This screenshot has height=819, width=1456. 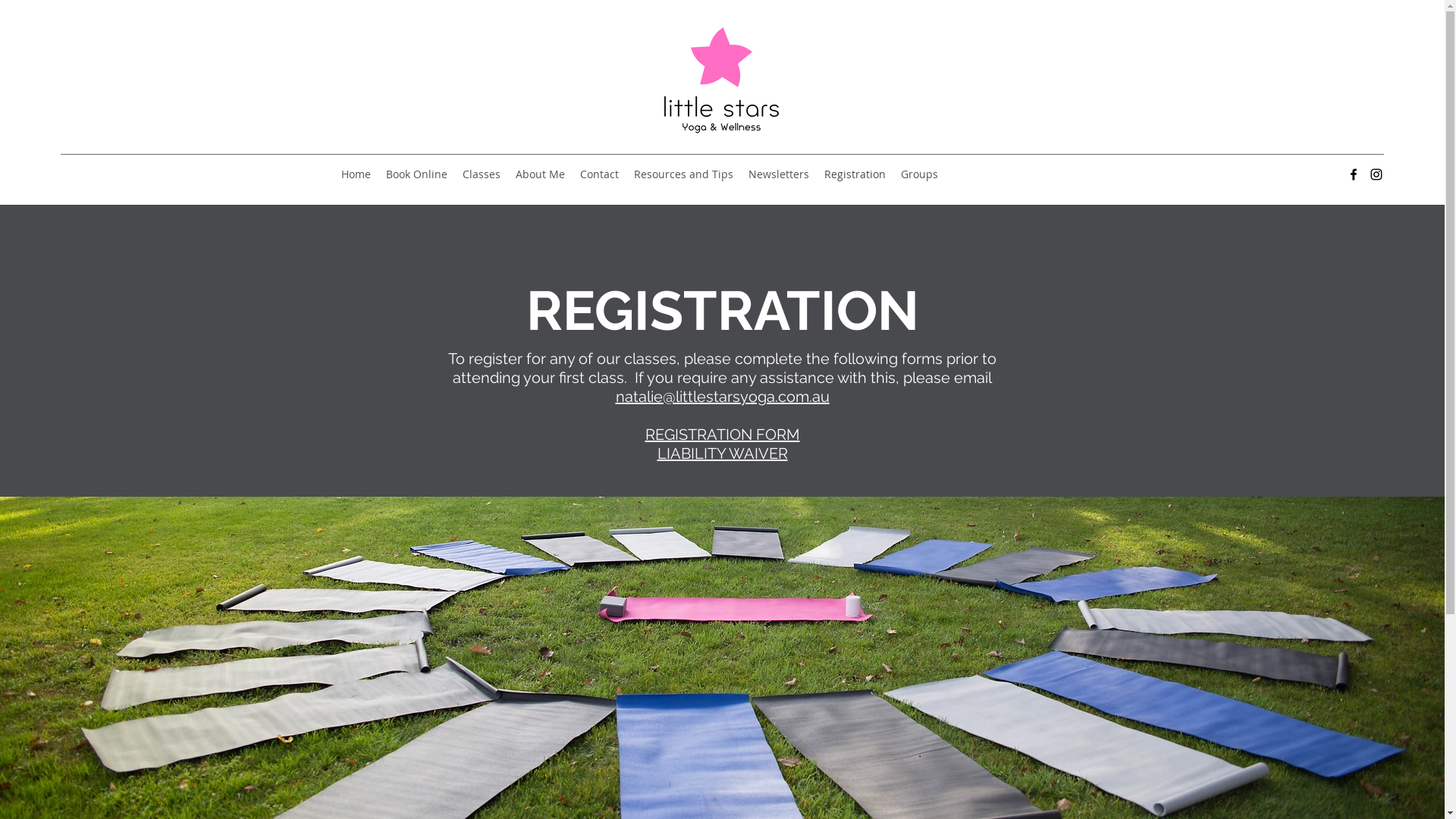 I want to click on 'LIABILITY WAIVER', so click(x=720, y=452).